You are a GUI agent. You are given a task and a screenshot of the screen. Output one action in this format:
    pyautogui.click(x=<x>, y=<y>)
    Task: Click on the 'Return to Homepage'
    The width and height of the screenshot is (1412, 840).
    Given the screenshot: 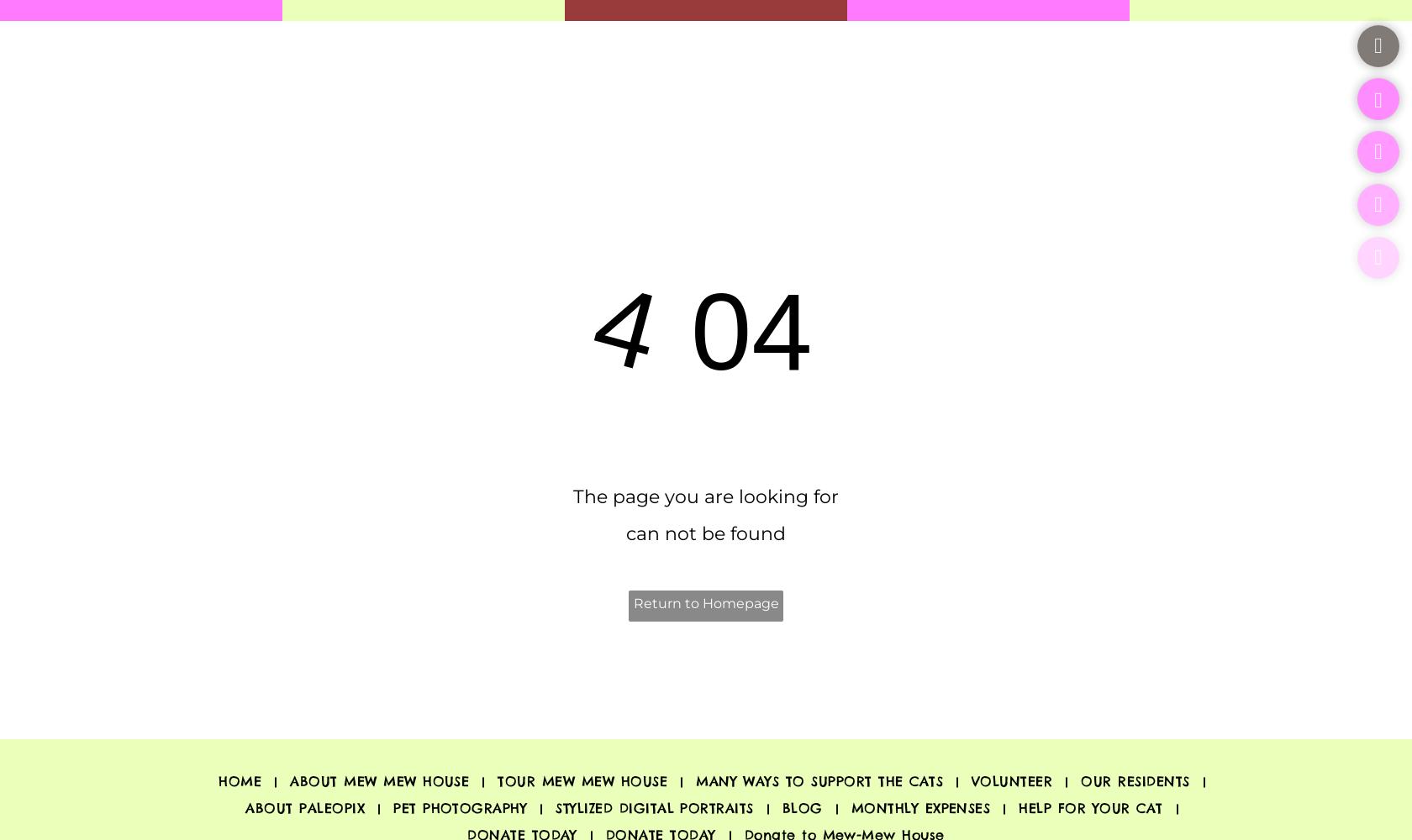 What is the action you would take?
    pyautogui.click(x=705, y=602)
    